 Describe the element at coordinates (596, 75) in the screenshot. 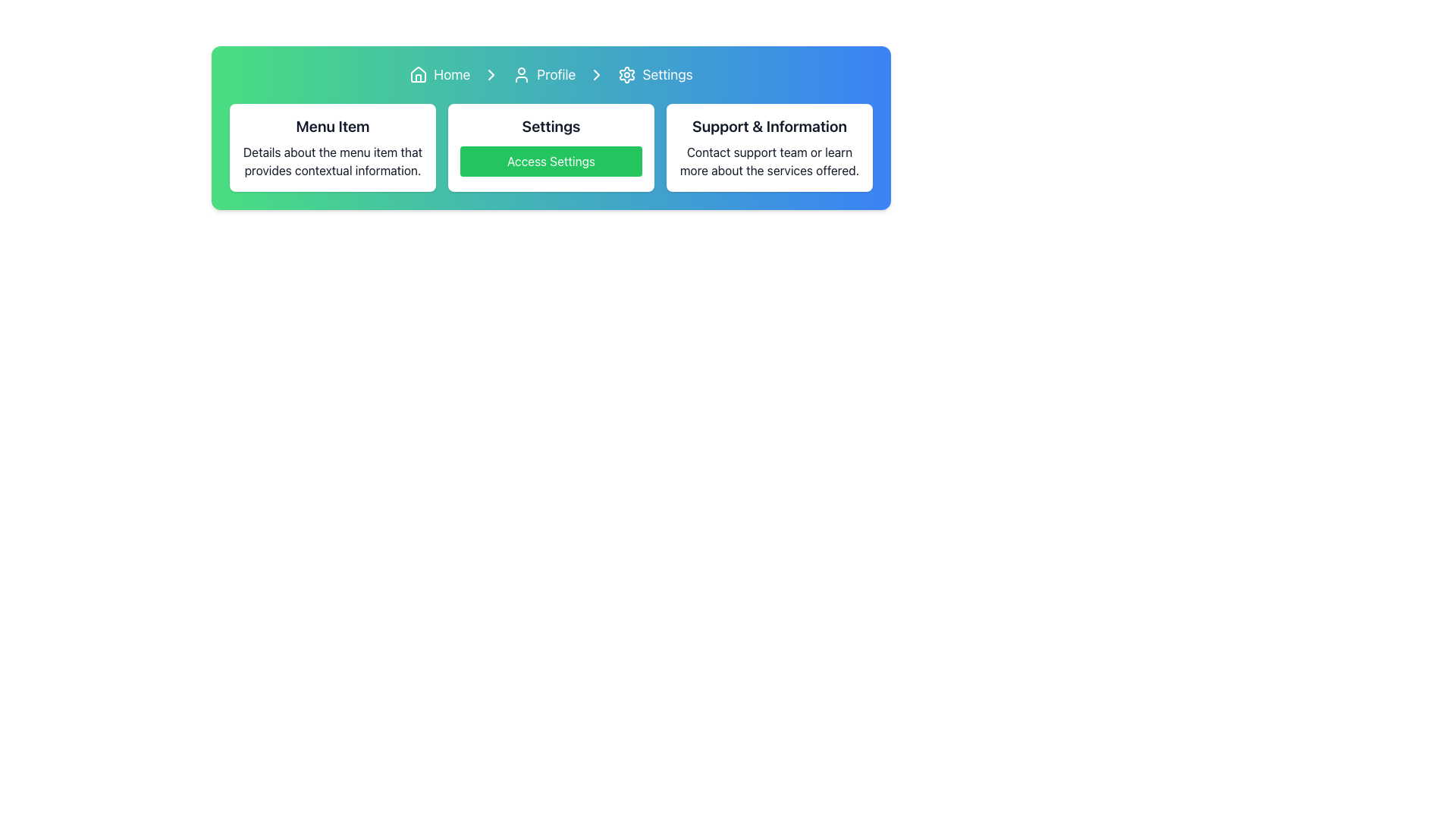

I see `the right-pointing chevron icon with a white stroke in the breadcrumb navigation bar, located between 'Profile' and 'Settings'` at that location.